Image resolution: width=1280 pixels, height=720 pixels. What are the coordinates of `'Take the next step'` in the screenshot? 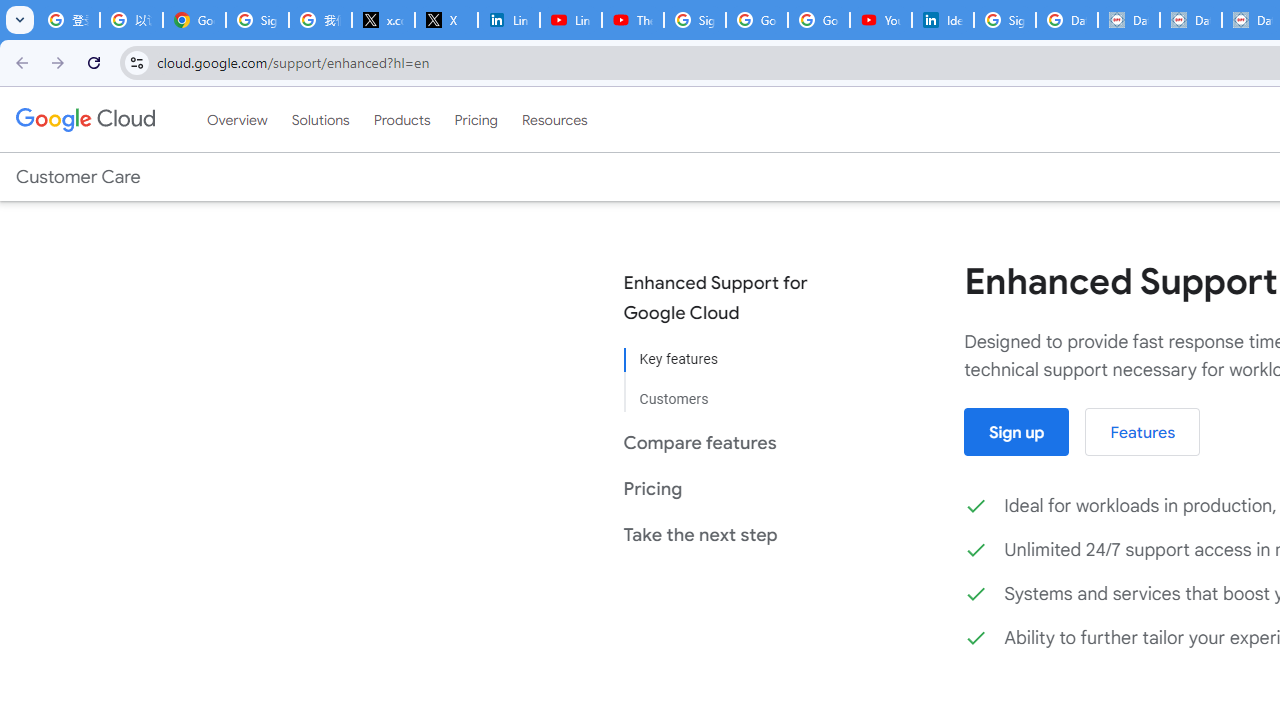 It's located at (729, 533).